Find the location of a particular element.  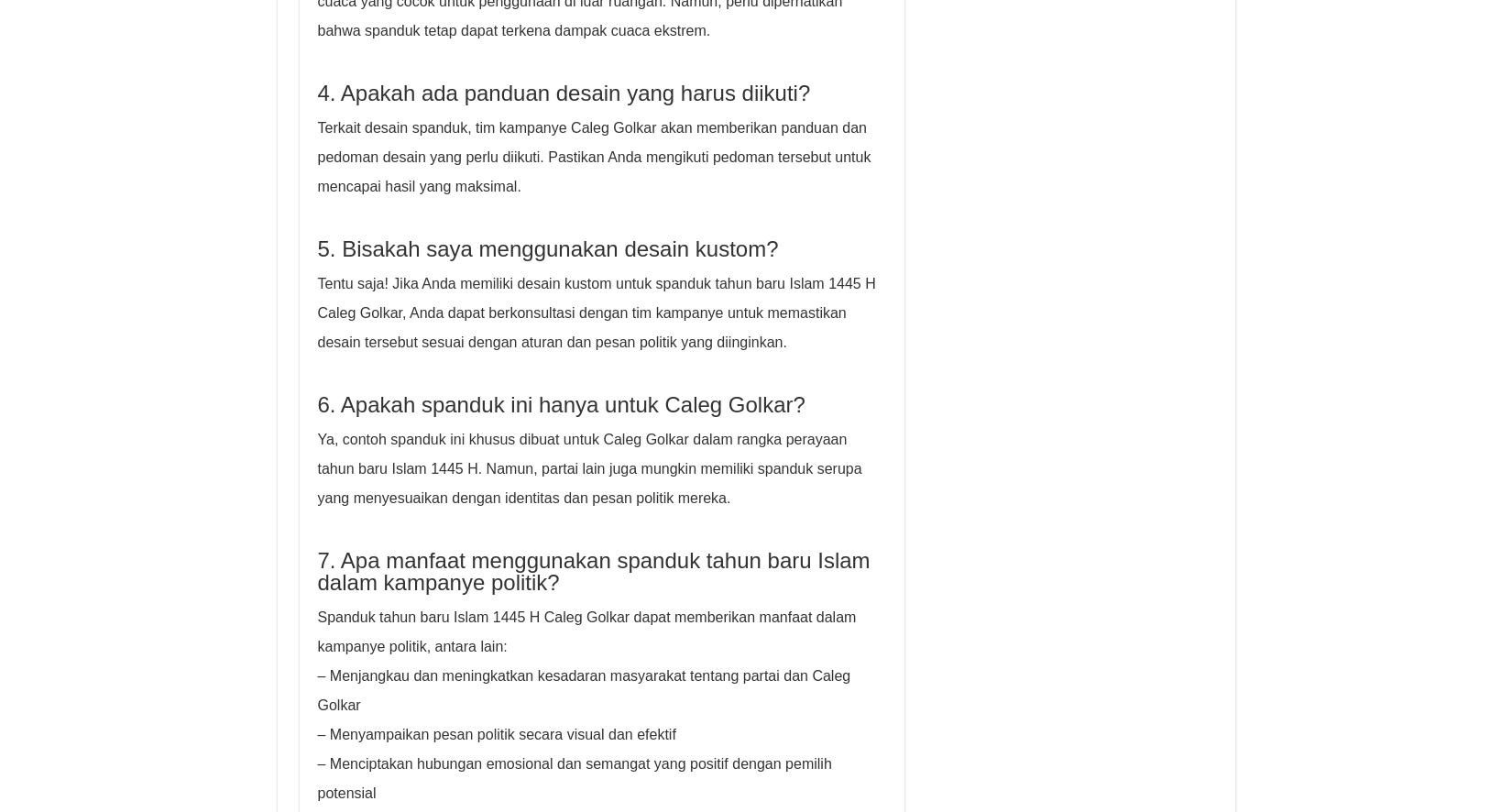

'6. Apakah spanduk ini hanya untuk Caleg Golkar?' is located at coordinates (559, 403).